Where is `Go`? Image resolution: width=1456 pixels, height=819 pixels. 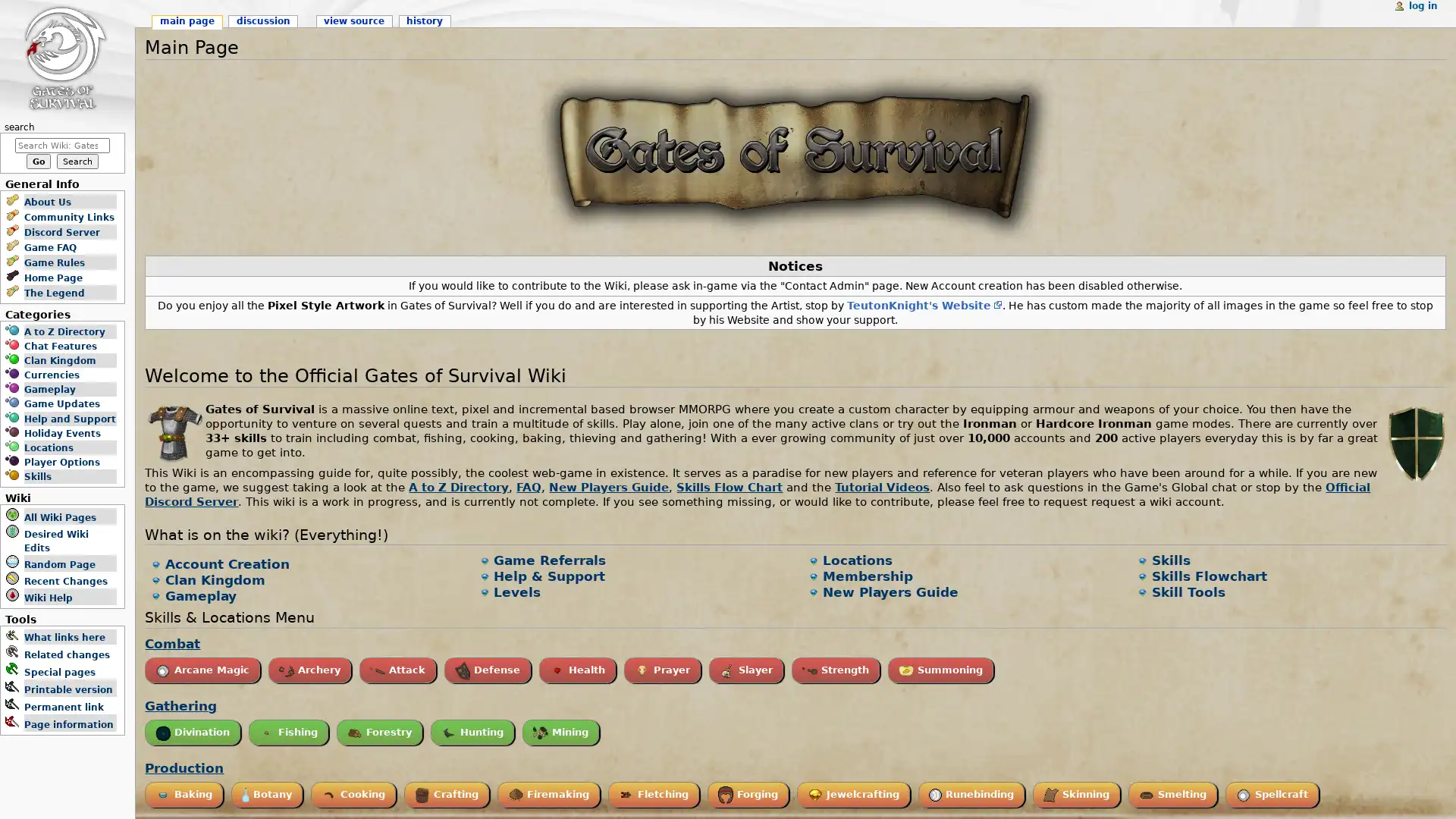 Go is located at coordinates (38, 161).